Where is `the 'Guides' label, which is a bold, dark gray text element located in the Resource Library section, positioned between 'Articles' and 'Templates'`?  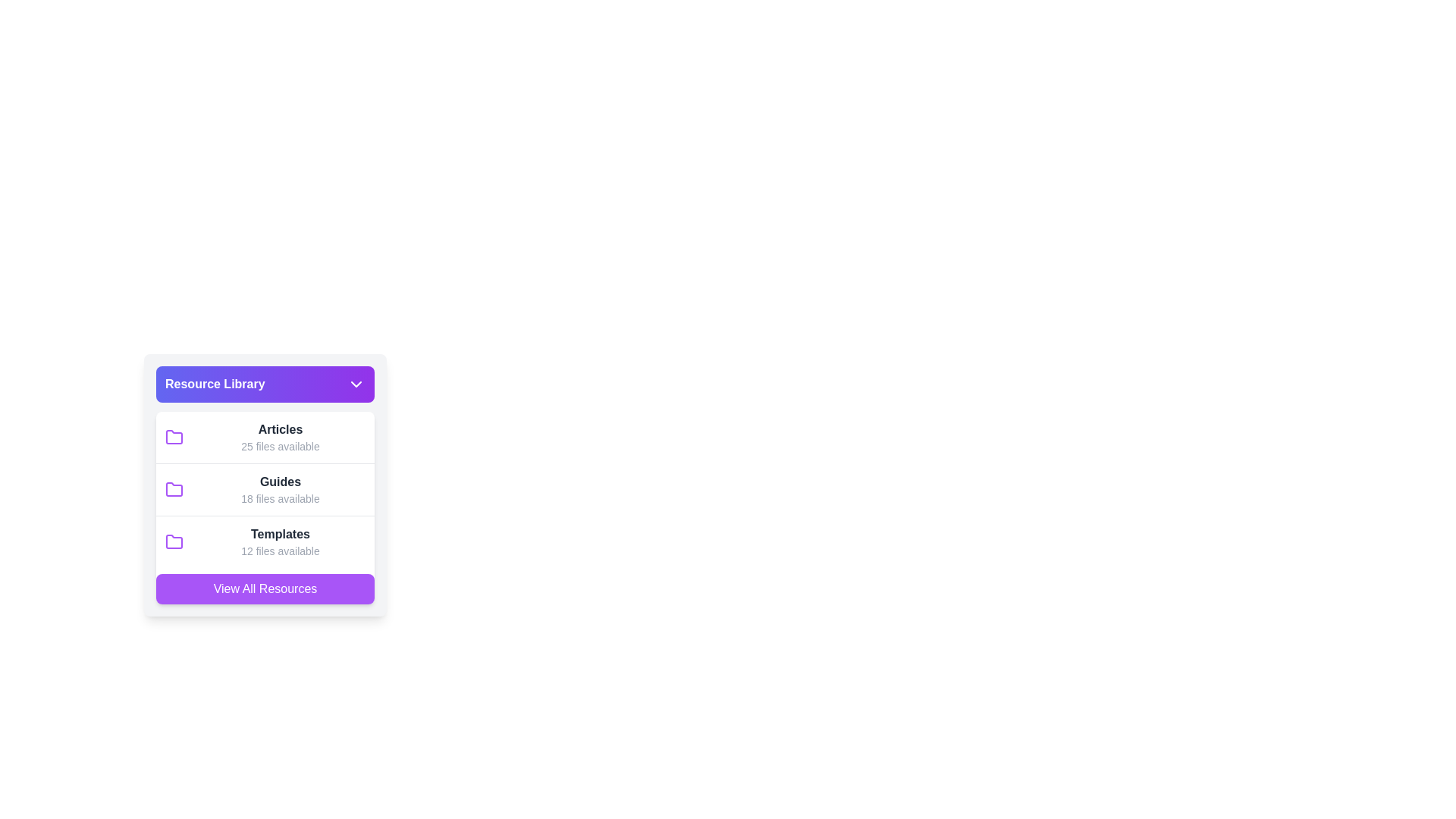 the 'Guides' label, which is a bold, dark gray text element located in the Resource Library section, positioned between 'Articles' and 'Templates' is located at coordinates (280, 482).